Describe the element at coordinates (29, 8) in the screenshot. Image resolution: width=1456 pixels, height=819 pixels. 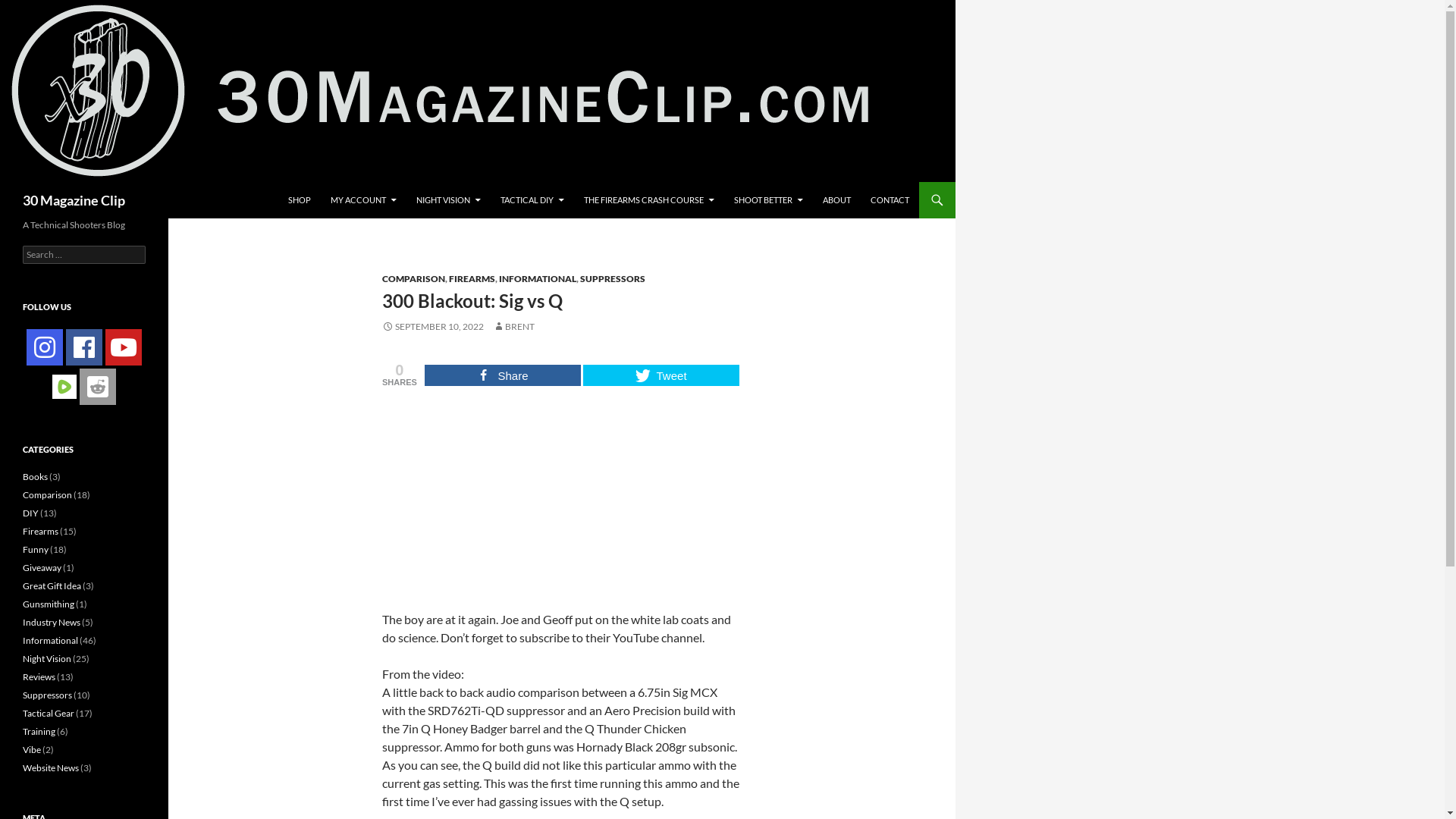
I see `'Search'` at that location.